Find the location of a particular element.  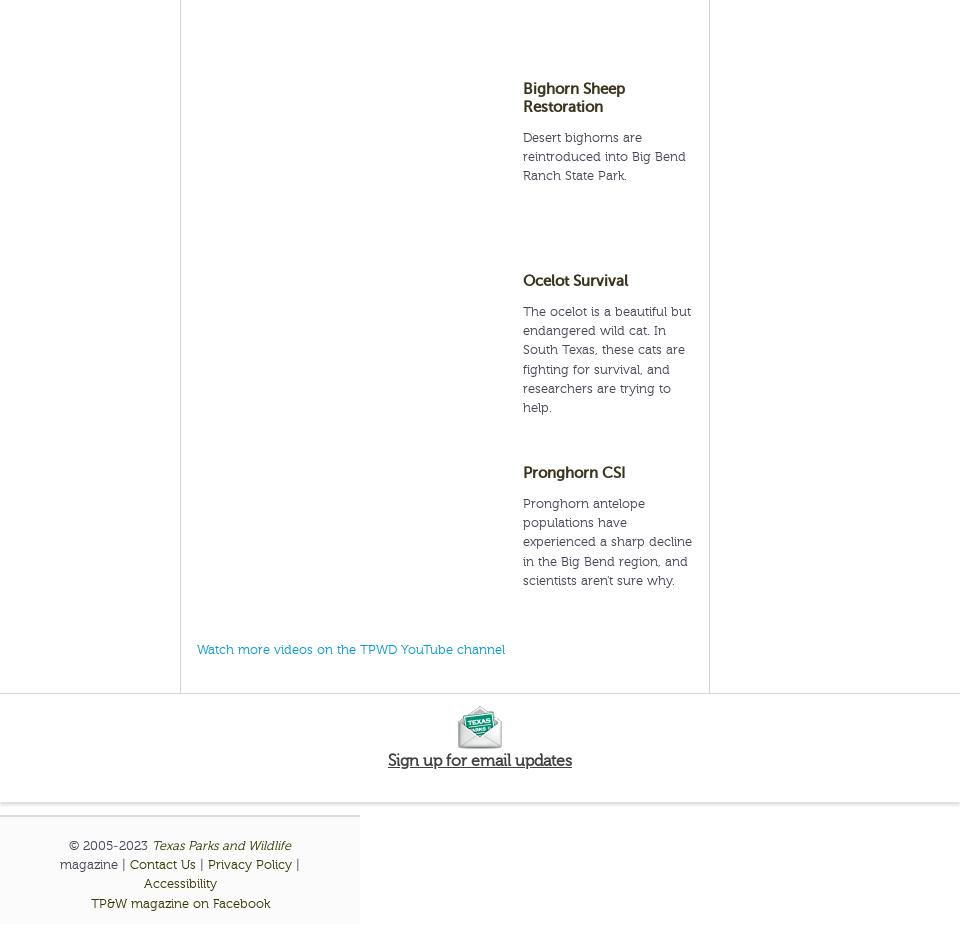

'Contact Us' is located at coordinates (162, 864).